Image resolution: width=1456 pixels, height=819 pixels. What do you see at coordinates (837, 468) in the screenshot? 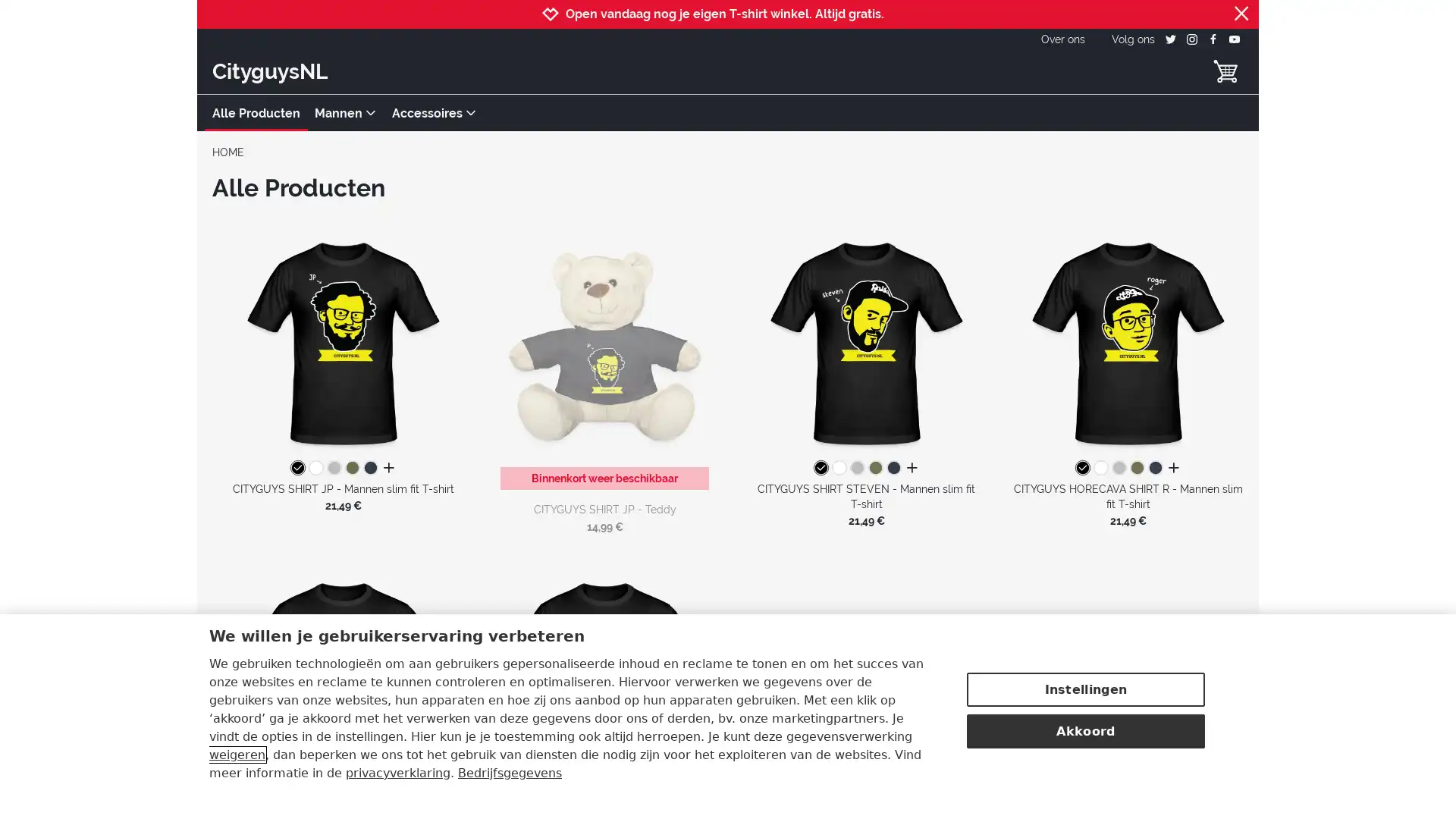
I see `white` at bounding box center [837, 468].